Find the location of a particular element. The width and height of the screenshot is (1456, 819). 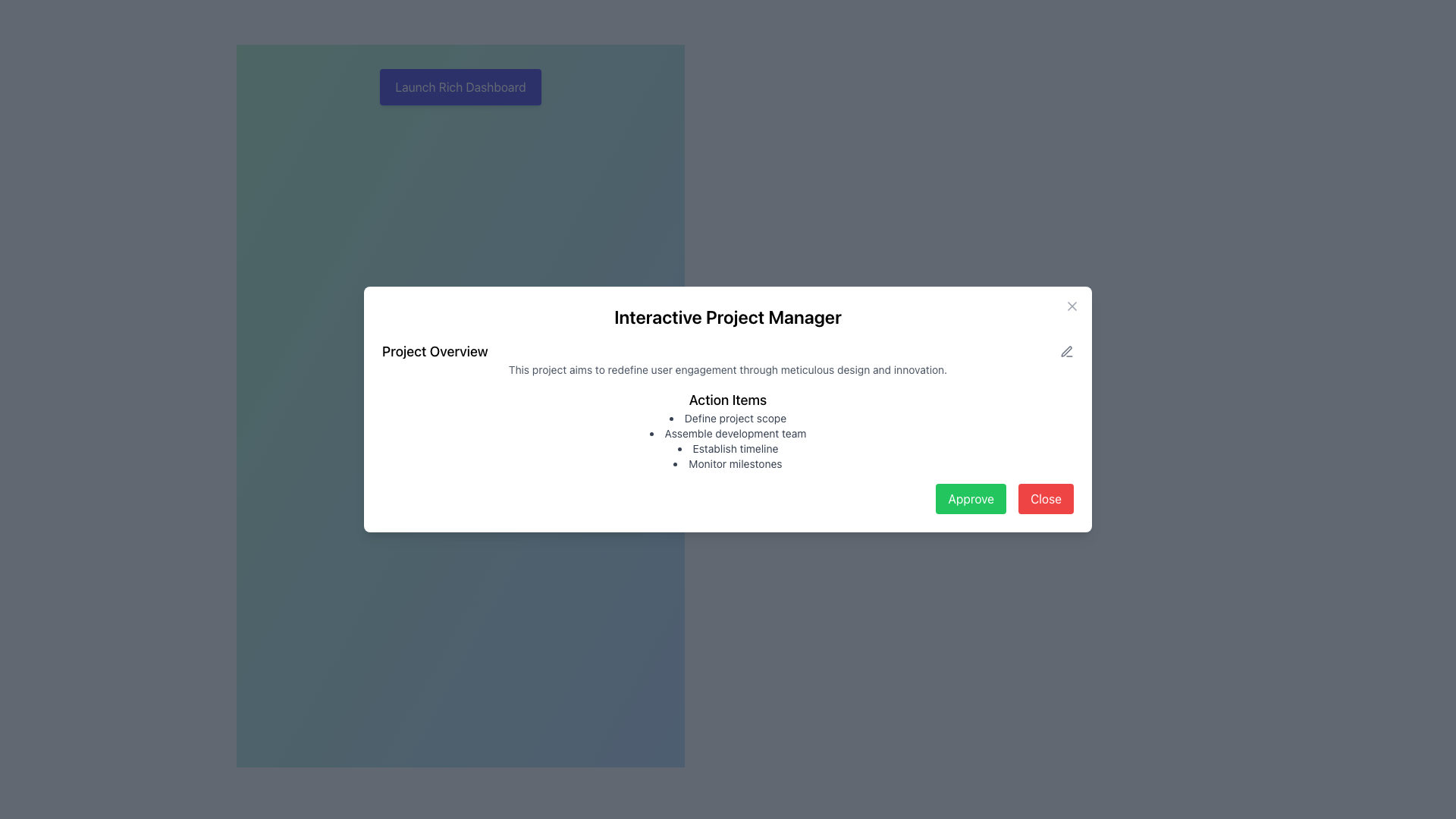

the pen icon button located in the top-right corner of the 'Interactive Project Manager' modal is located at coordinates (1065, 351).